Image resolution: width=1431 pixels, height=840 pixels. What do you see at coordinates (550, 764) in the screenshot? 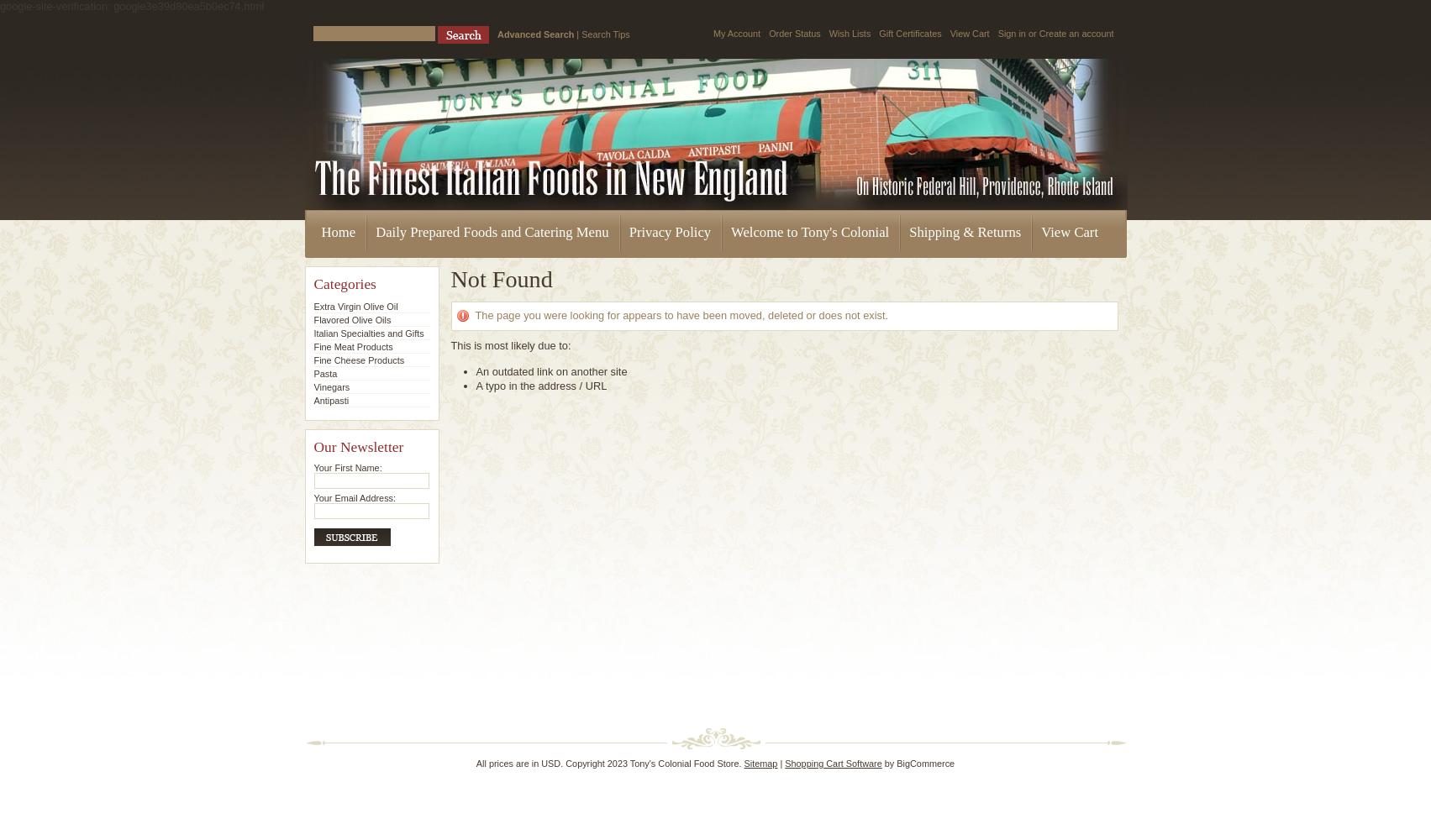
I see `'USD'` at bounding box center [550, 764].